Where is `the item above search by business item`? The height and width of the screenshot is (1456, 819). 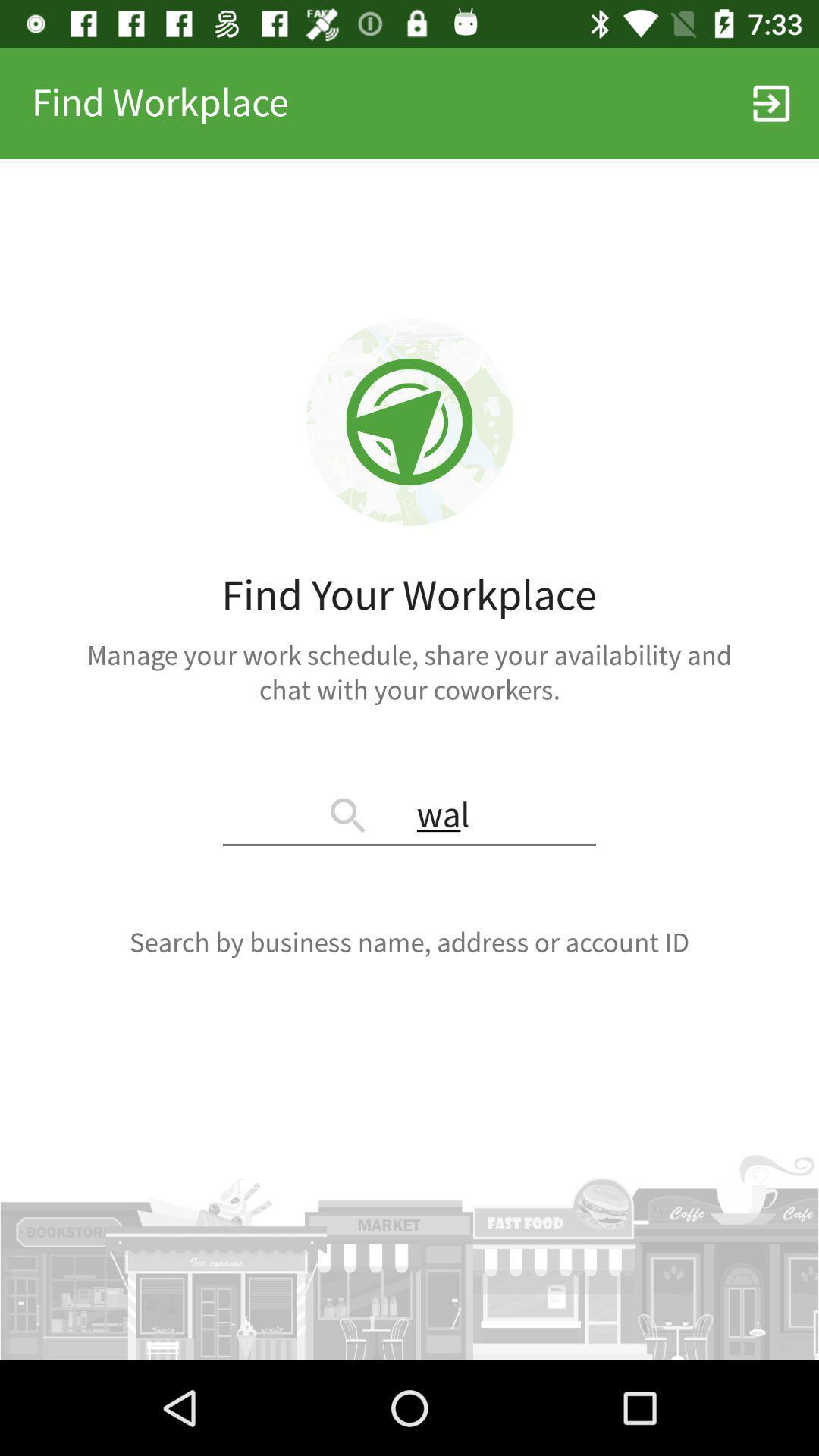
the item above search by business item is located at coordinates (409, 816).